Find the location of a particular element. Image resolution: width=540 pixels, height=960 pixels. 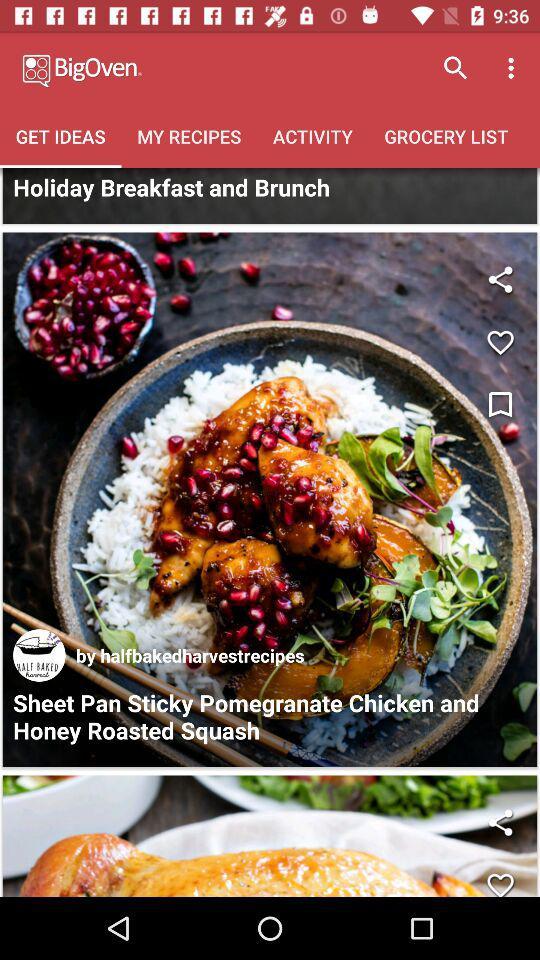

shows recipe category is located at coordinates (270, 196).